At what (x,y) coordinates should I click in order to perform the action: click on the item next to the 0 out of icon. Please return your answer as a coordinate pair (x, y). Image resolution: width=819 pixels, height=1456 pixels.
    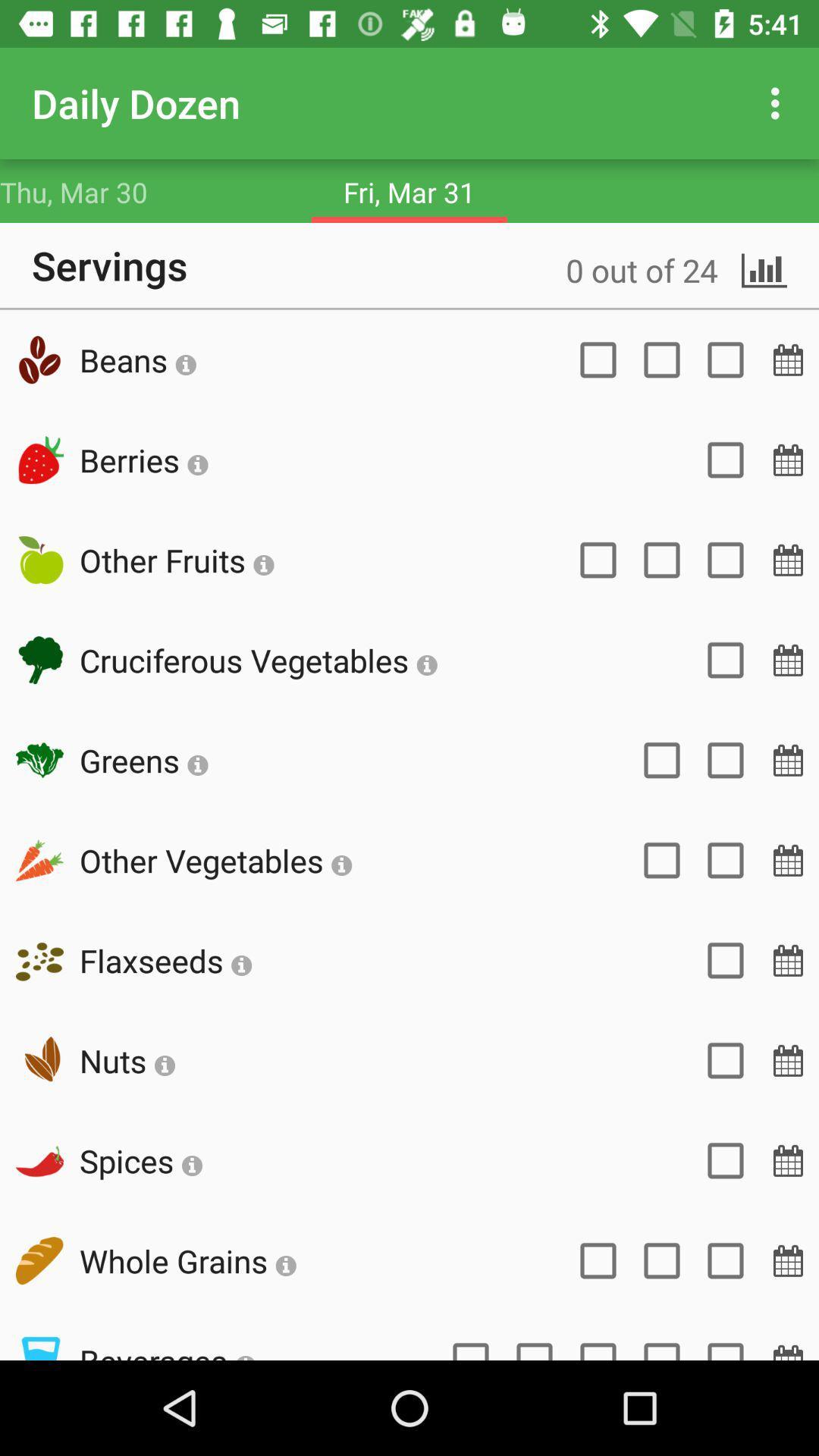
    Looking at the image, I should click on (137, 359).